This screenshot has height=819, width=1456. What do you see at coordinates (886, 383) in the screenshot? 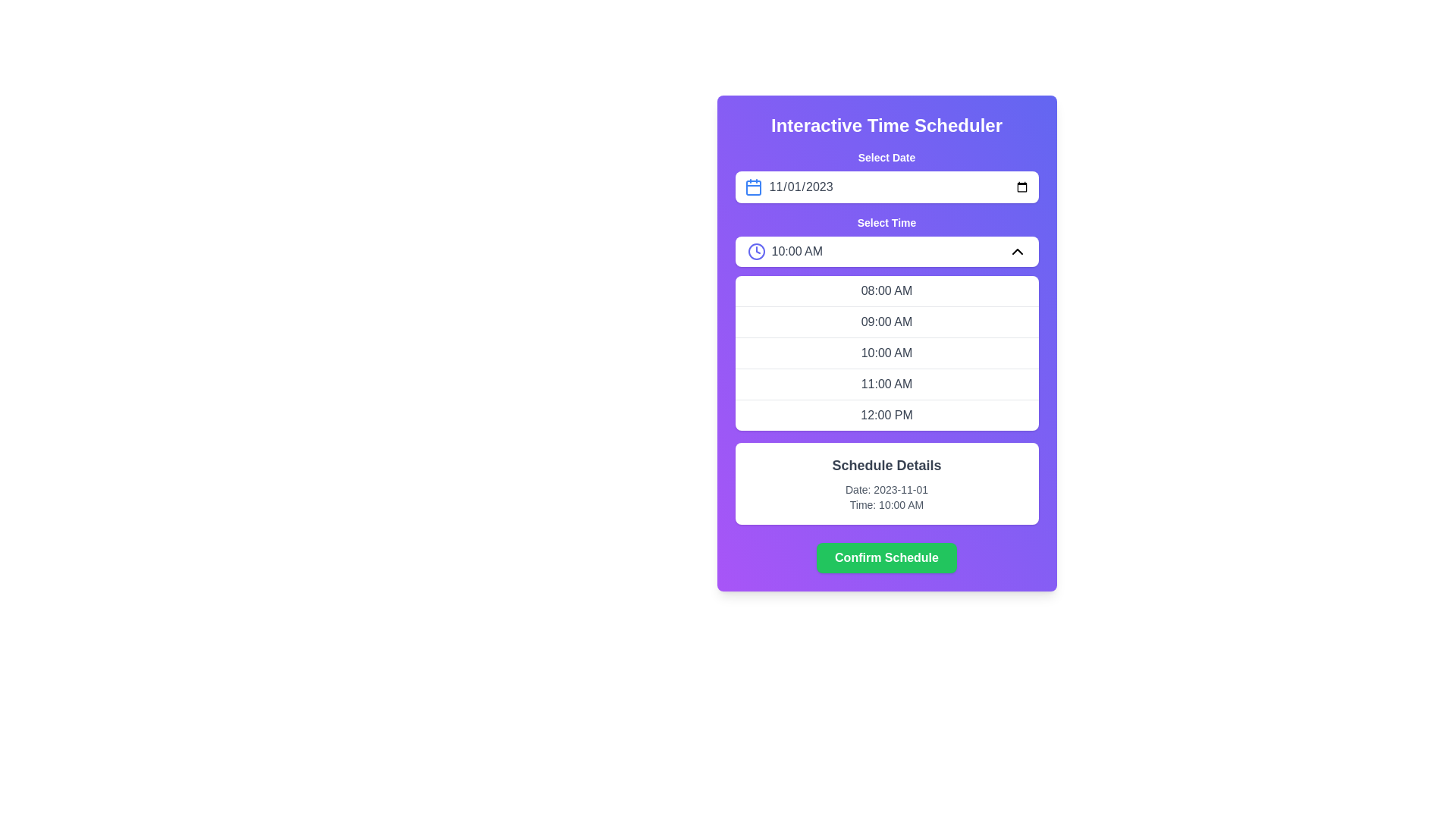
I see `the selectable text item displaying '11:00 AM' in light gray font color, positioned as the fourth option in the dropdown list of time selections` at bounding box center [886, 383].